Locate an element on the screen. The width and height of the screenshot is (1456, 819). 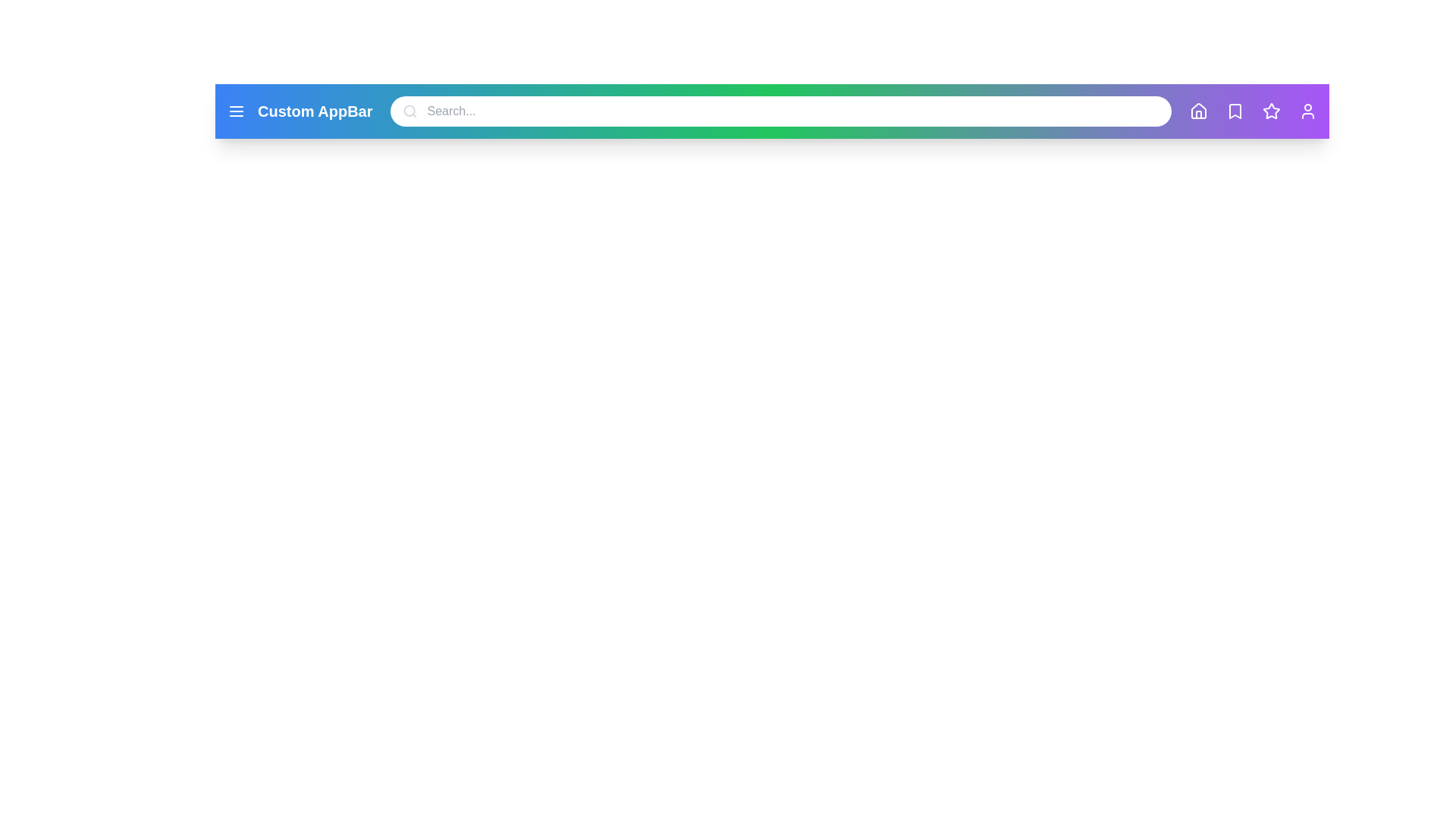
the search bar and type the query 'example query' is located at coordinates (781, 110).